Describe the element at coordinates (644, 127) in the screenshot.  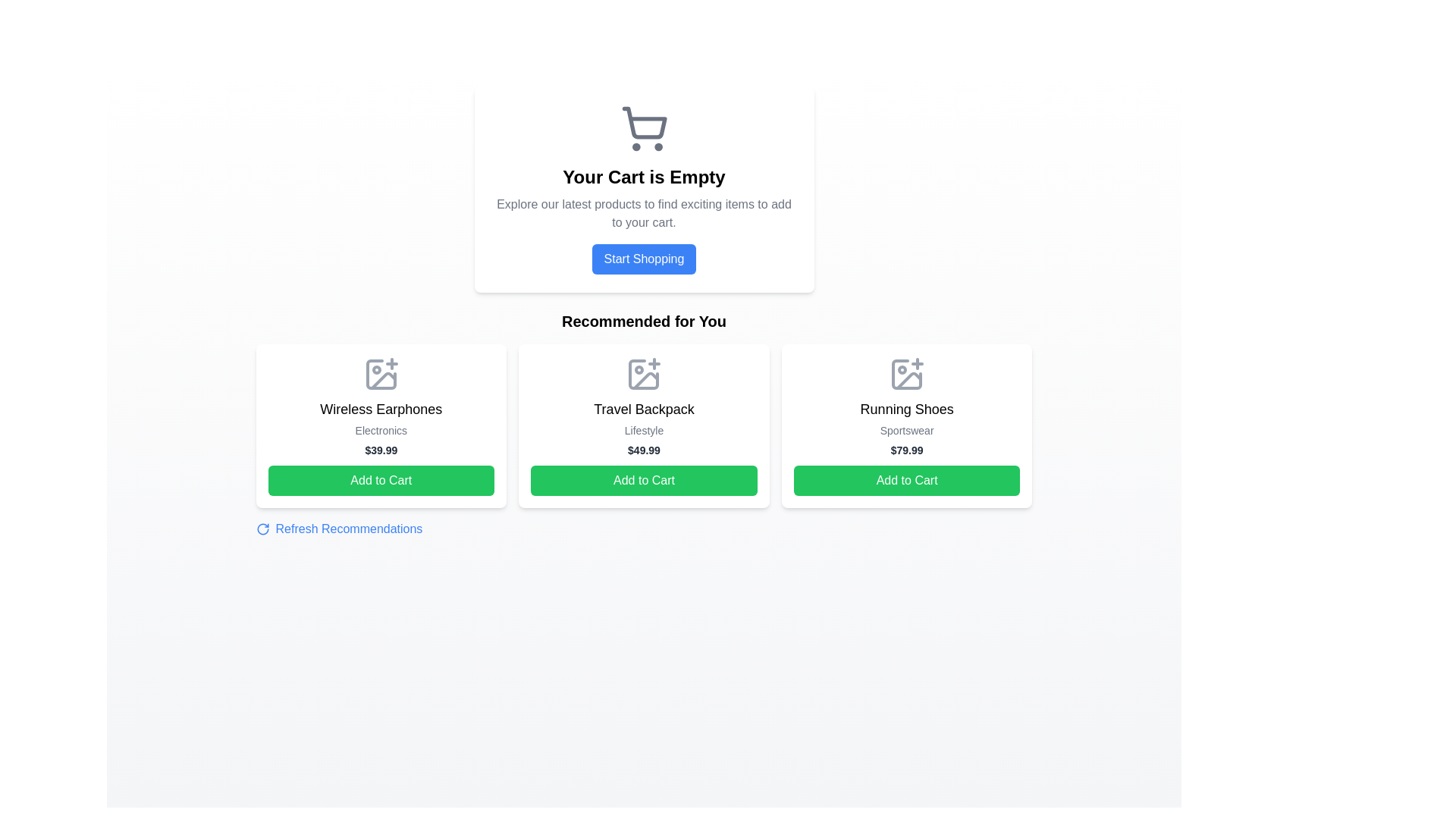
I see `the shopping cart icon that symbolizes an empty cart, located at the top-center of a white card above the text 'Your Cart is Empty'` at that location.